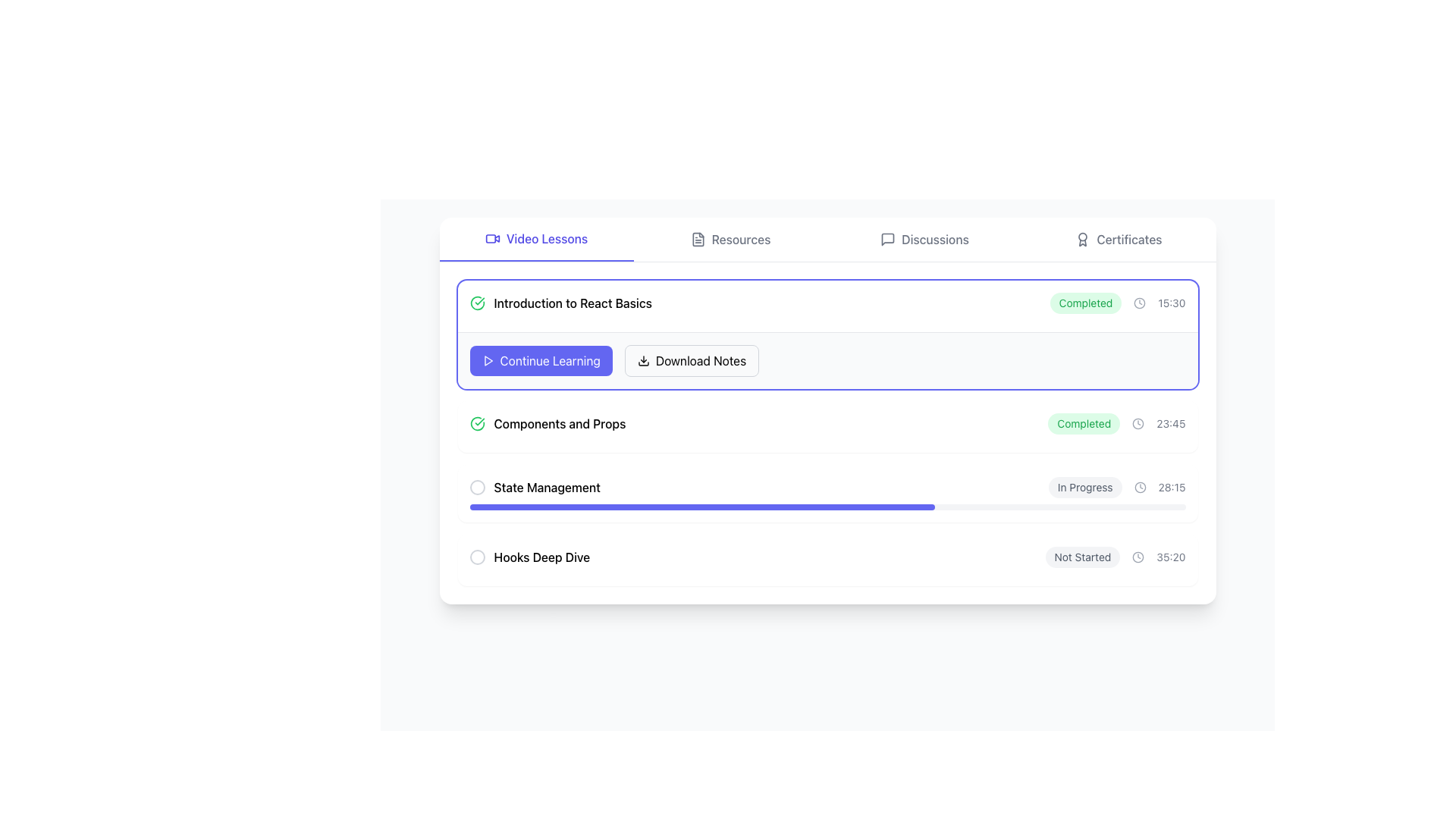 The height and width of the screenshot is (819, 1456). Describe the element at coordinates (1170, 424) in the screenshot. I see `the timestamp text element located at the bottom of the list component, adjacent to a 'Completed' label and a clock icon, to check the completion time` at that location.